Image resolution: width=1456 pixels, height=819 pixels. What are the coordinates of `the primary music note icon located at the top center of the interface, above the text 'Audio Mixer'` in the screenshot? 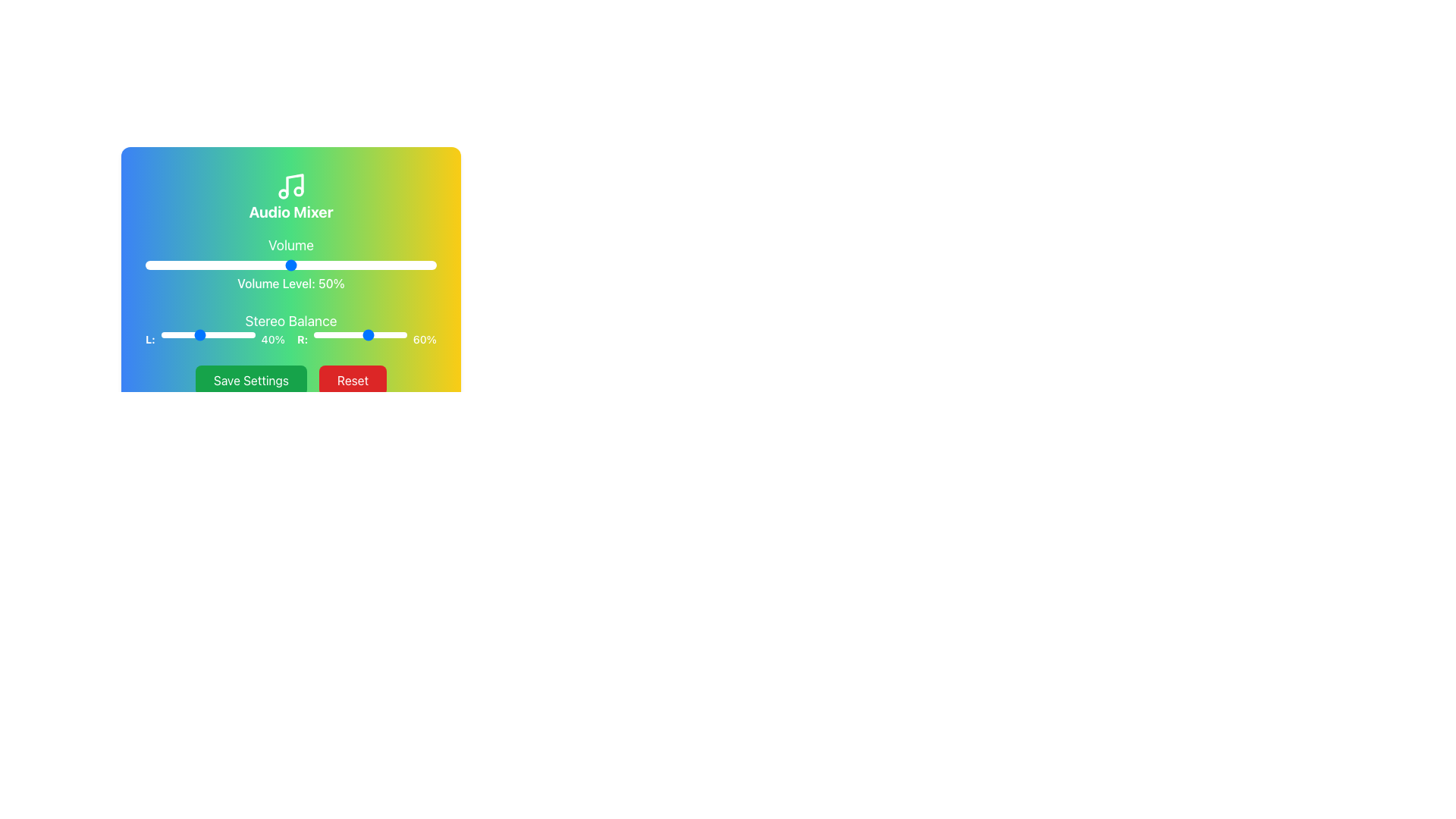 It's located at (291, 186).